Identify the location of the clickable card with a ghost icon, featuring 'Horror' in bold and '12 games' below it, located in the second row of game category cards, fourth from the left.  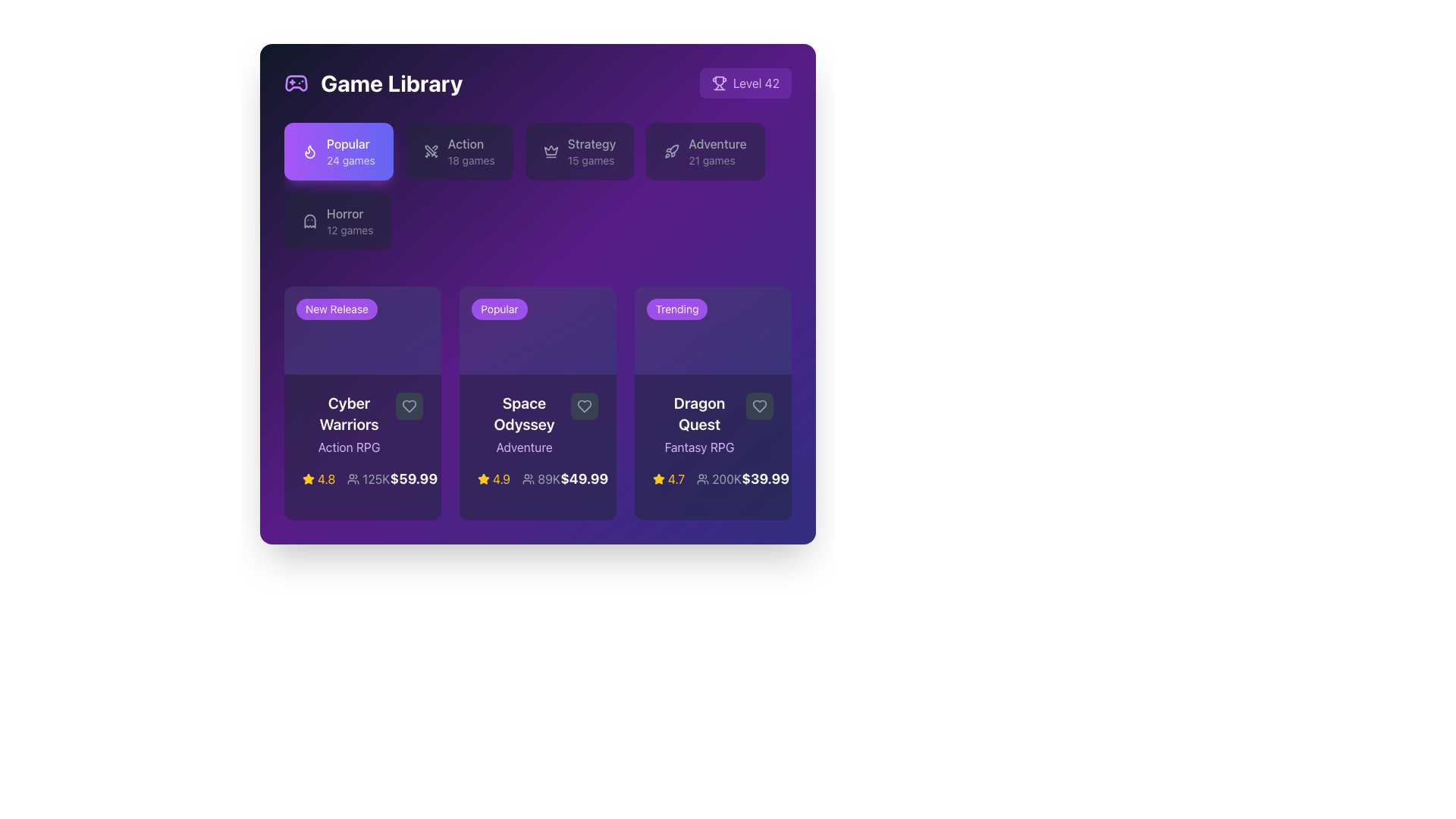
(337, 221).